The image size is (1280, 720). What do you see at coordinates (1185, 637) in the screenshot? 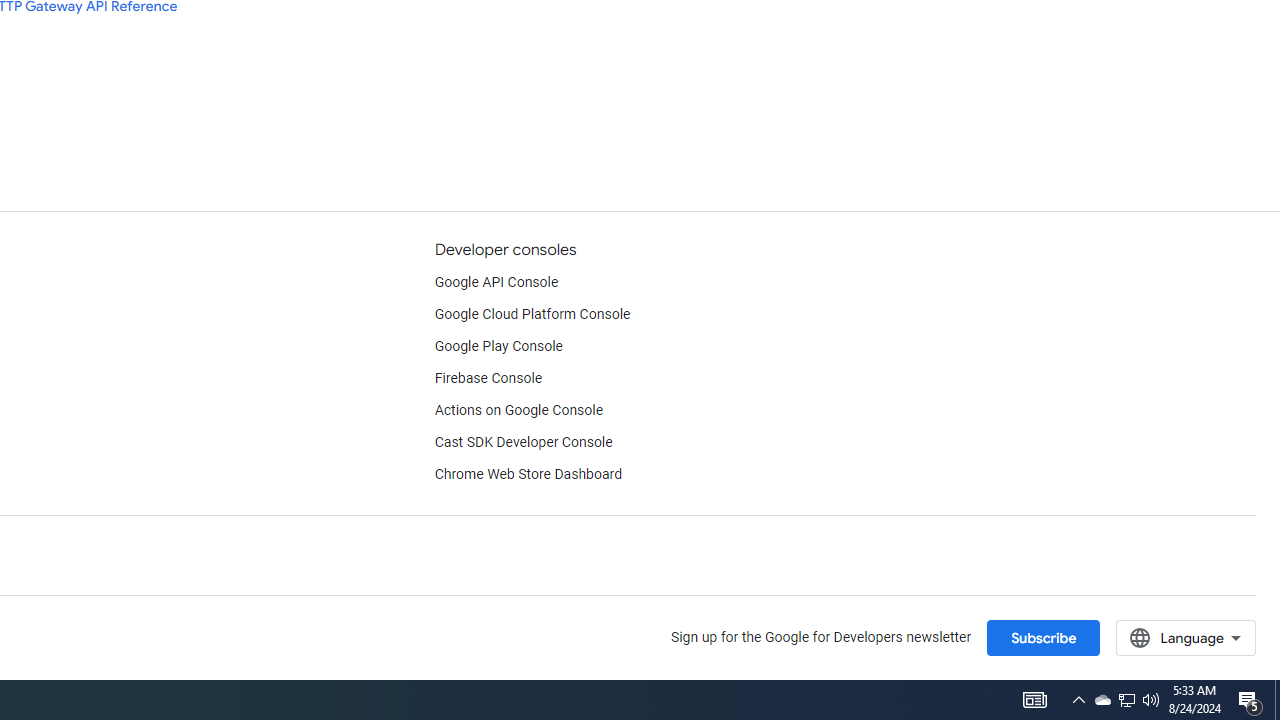
I see `'Language'` at bounding box center [1185, 637].